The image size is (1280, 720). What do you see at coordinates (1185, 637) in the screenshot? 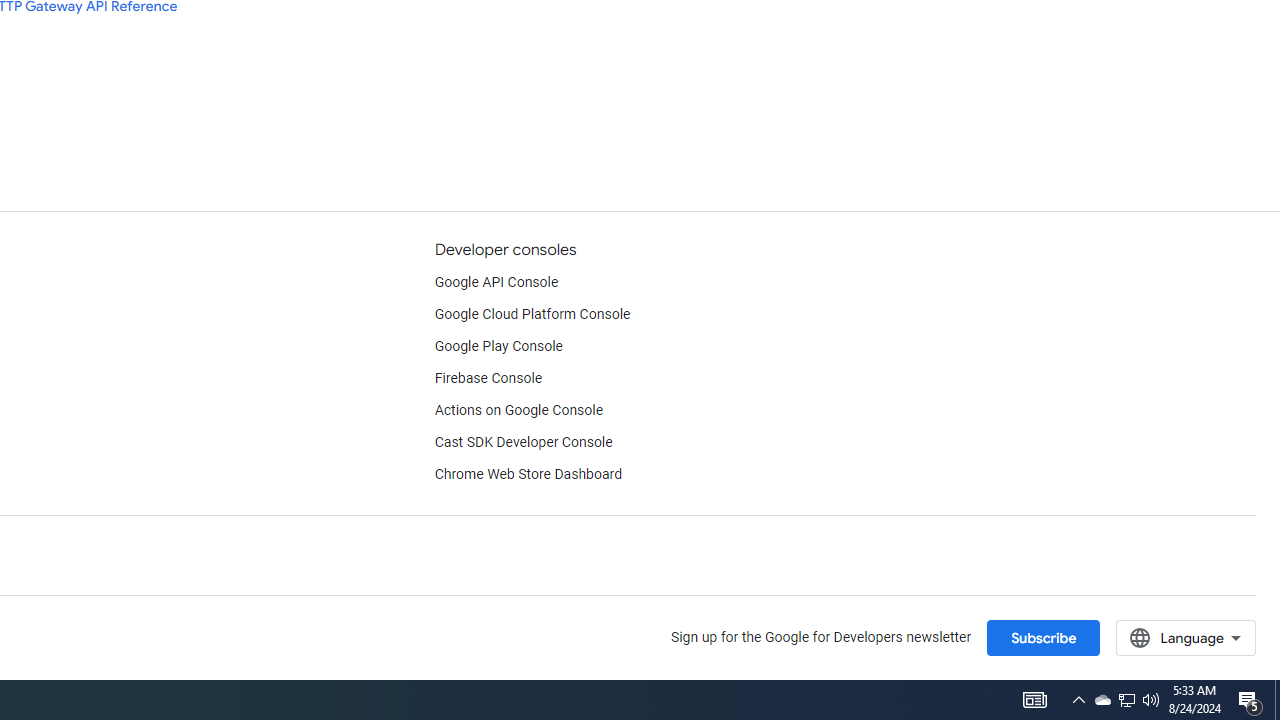
I see `'Language'` at bounding box center [1185, 637].